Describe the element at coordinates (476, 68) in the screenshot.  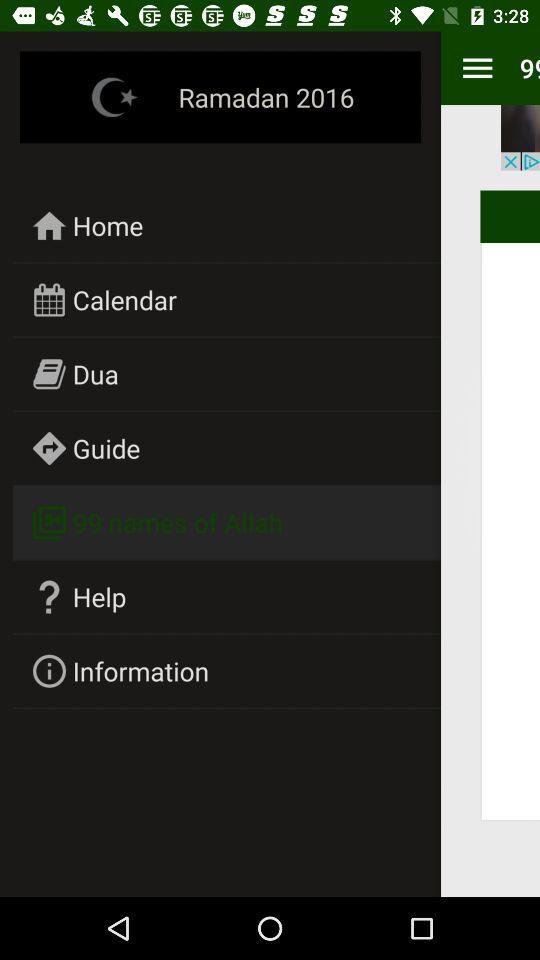
I see `icon next to 99 names of app` at that location.